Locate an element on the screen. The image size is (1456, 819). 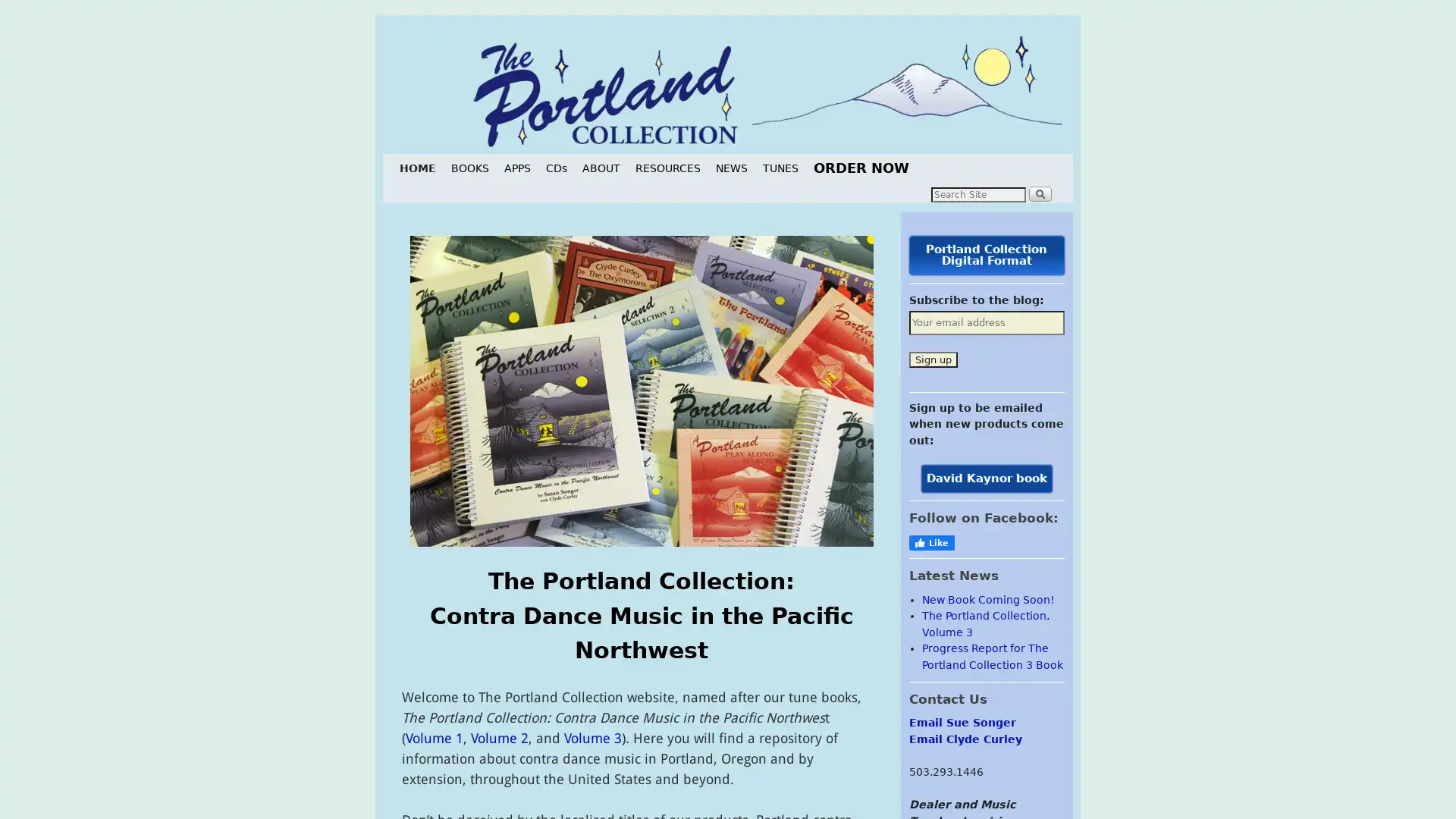
Sign up is located at coordinates (931, 359).